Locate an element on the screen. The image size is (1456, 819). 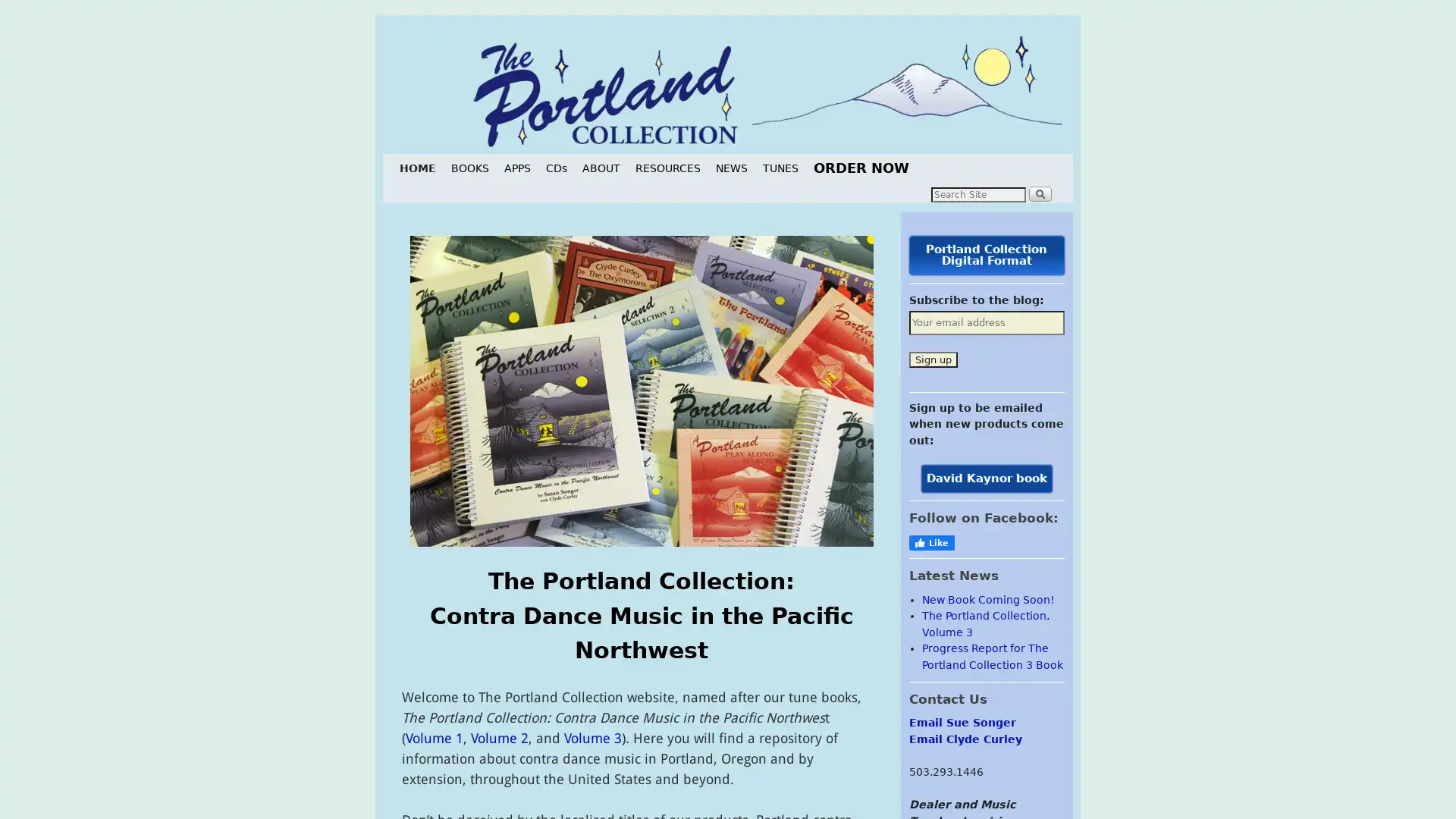
Sign up is located at coordinates (931, 359).